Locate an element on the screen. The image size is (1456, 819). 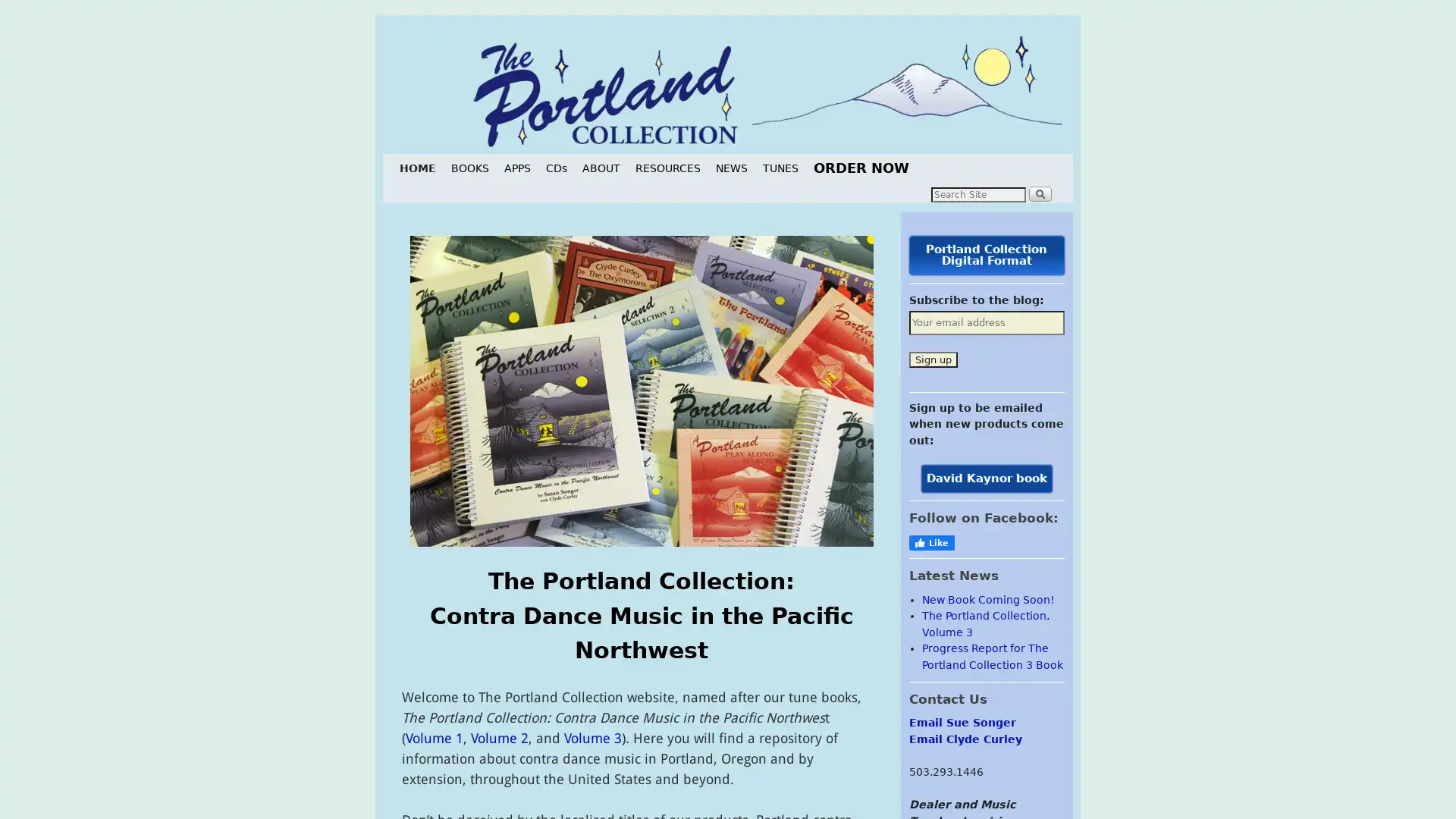
Sign up is located at coordinates (931, 359).